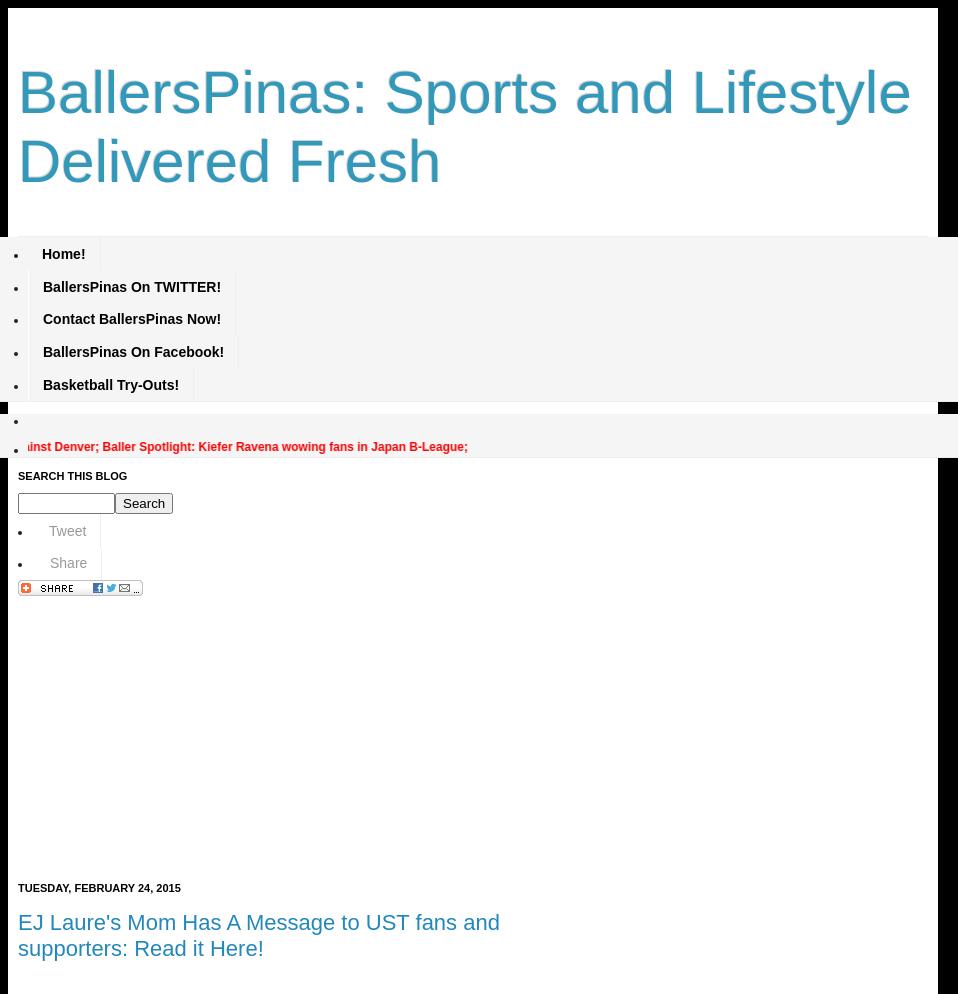 This screenshot has width=958, height=994. I want to click on 'EJ Laure's Mom Has A Message to UST fans and supporters: Read it Here!', so click(17, 935).